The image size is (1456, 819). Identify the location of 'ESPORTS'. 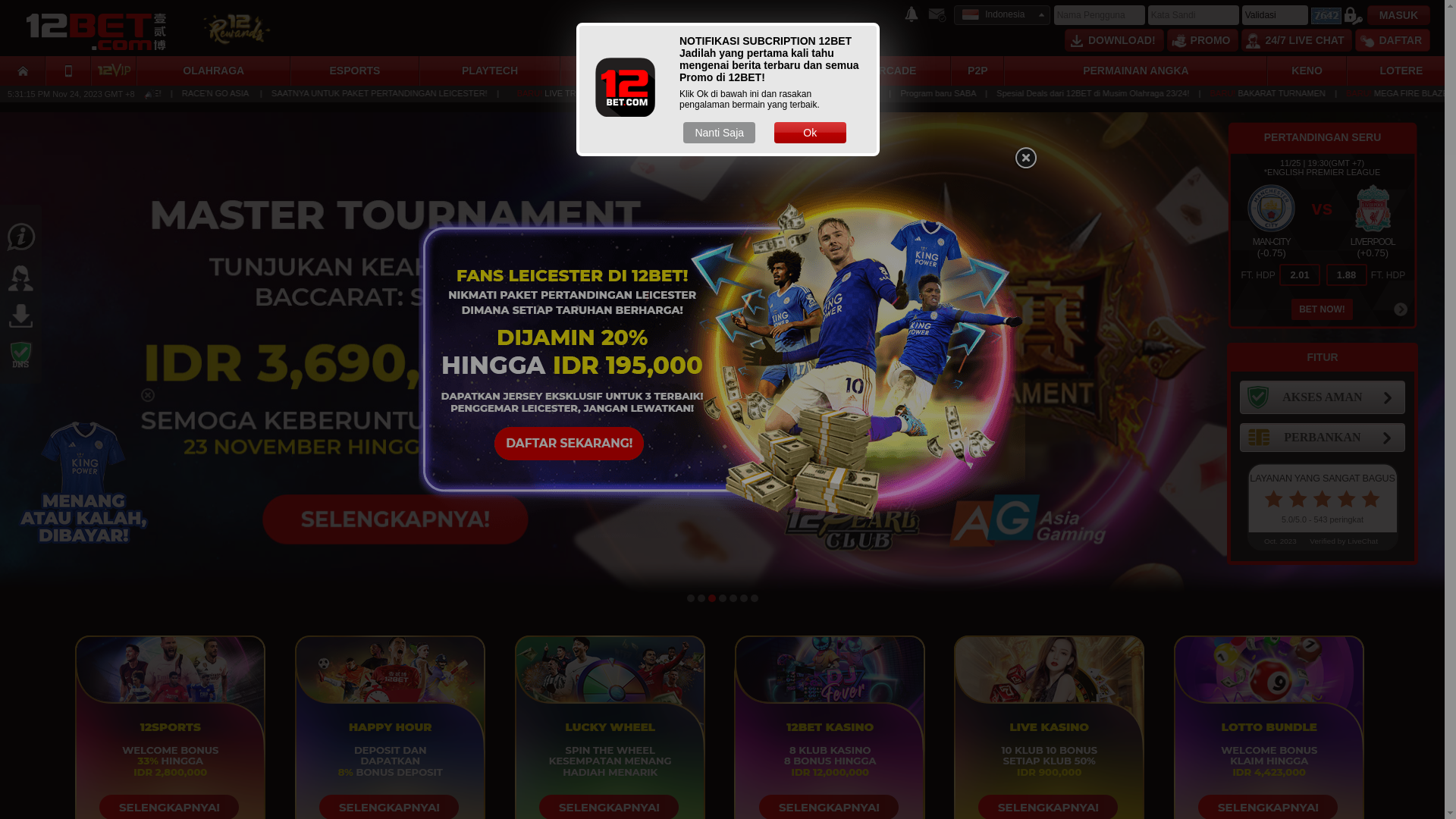
(353, 71).